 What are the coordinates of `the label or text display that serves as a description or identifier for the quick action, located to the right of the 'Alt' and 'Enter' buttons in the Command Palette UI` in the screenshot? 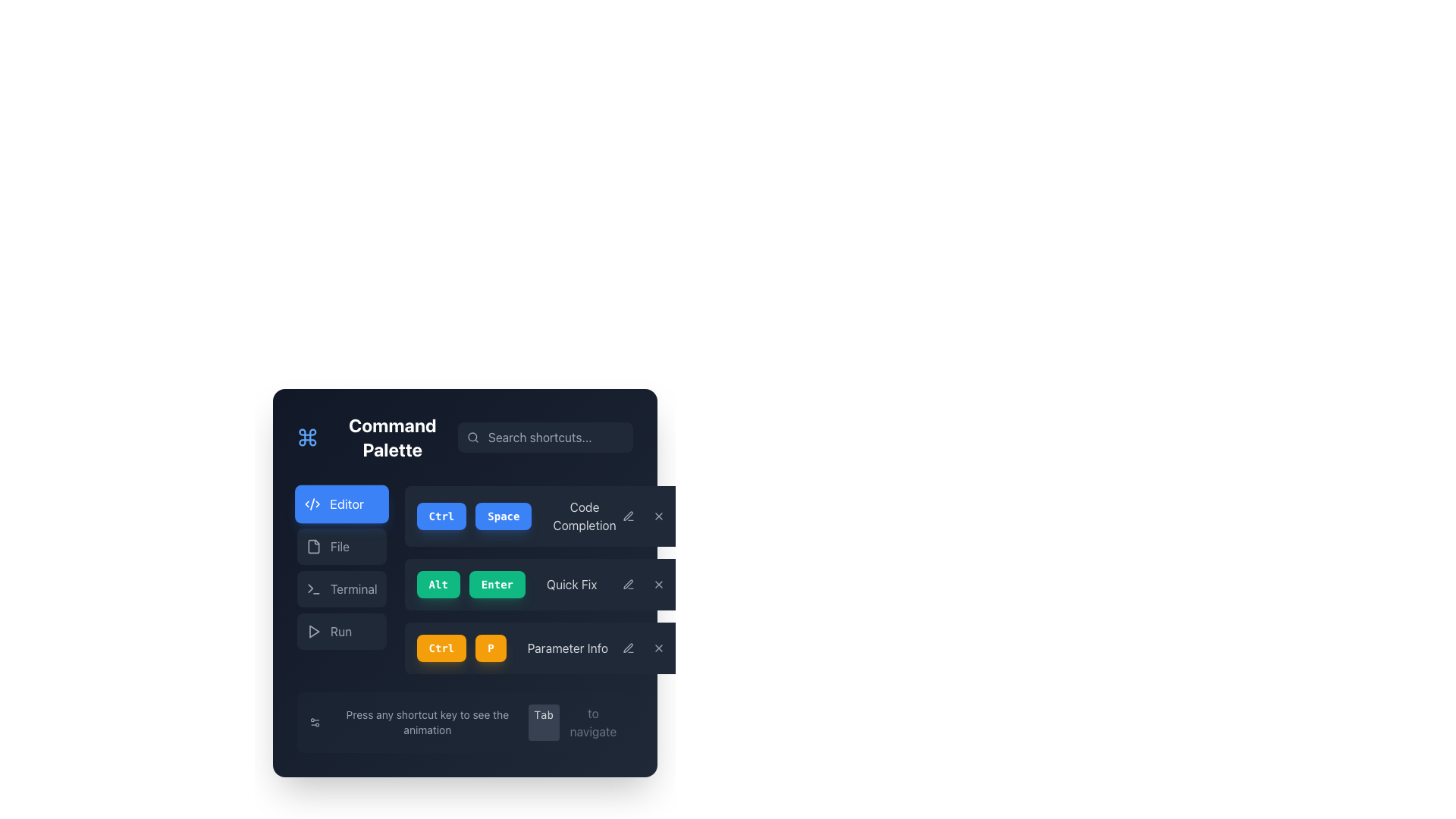 It's located at (571, 584).